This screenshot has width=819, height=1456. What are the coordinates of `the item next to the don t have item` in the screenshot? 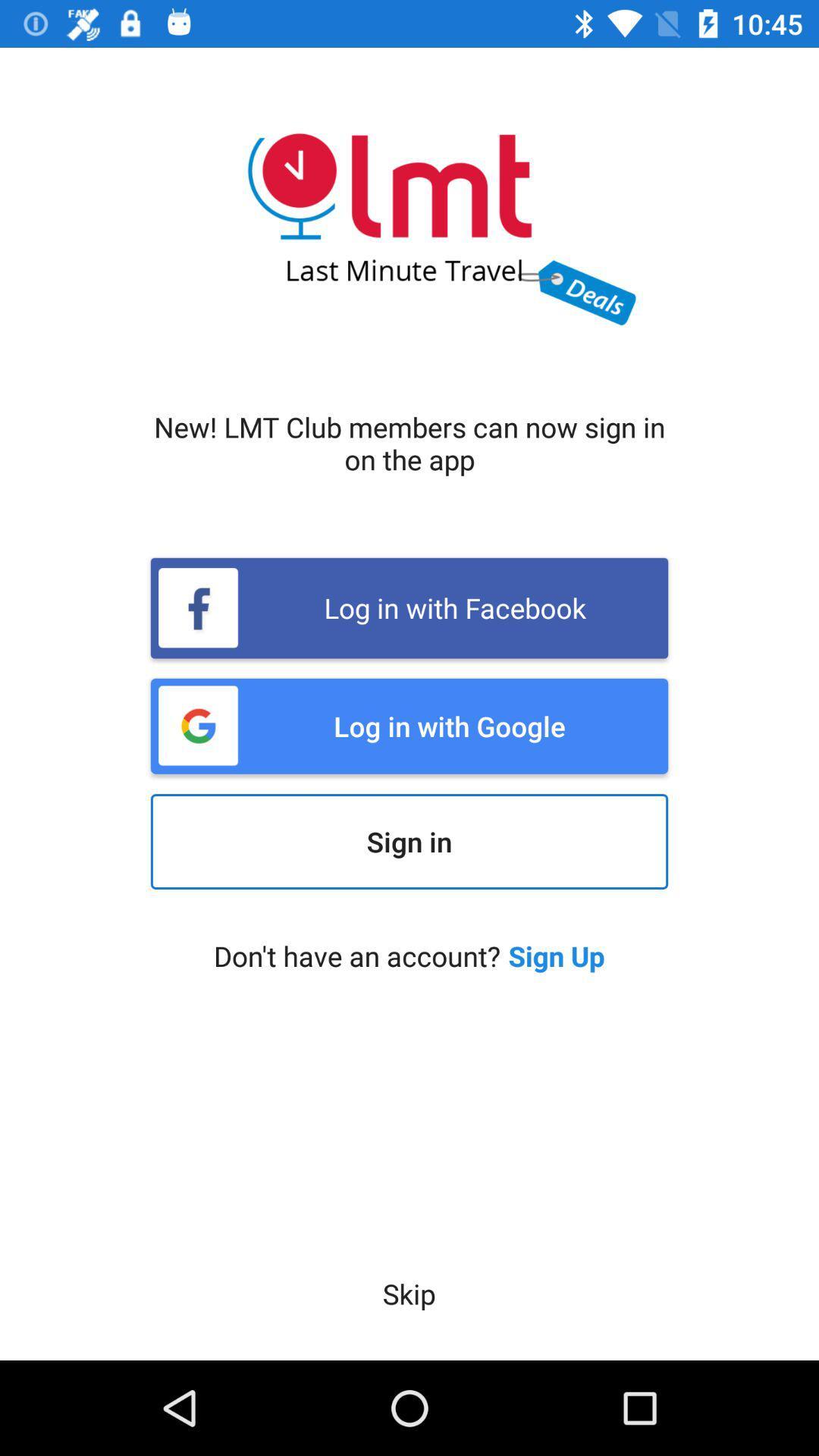 It's located at (557, 955).